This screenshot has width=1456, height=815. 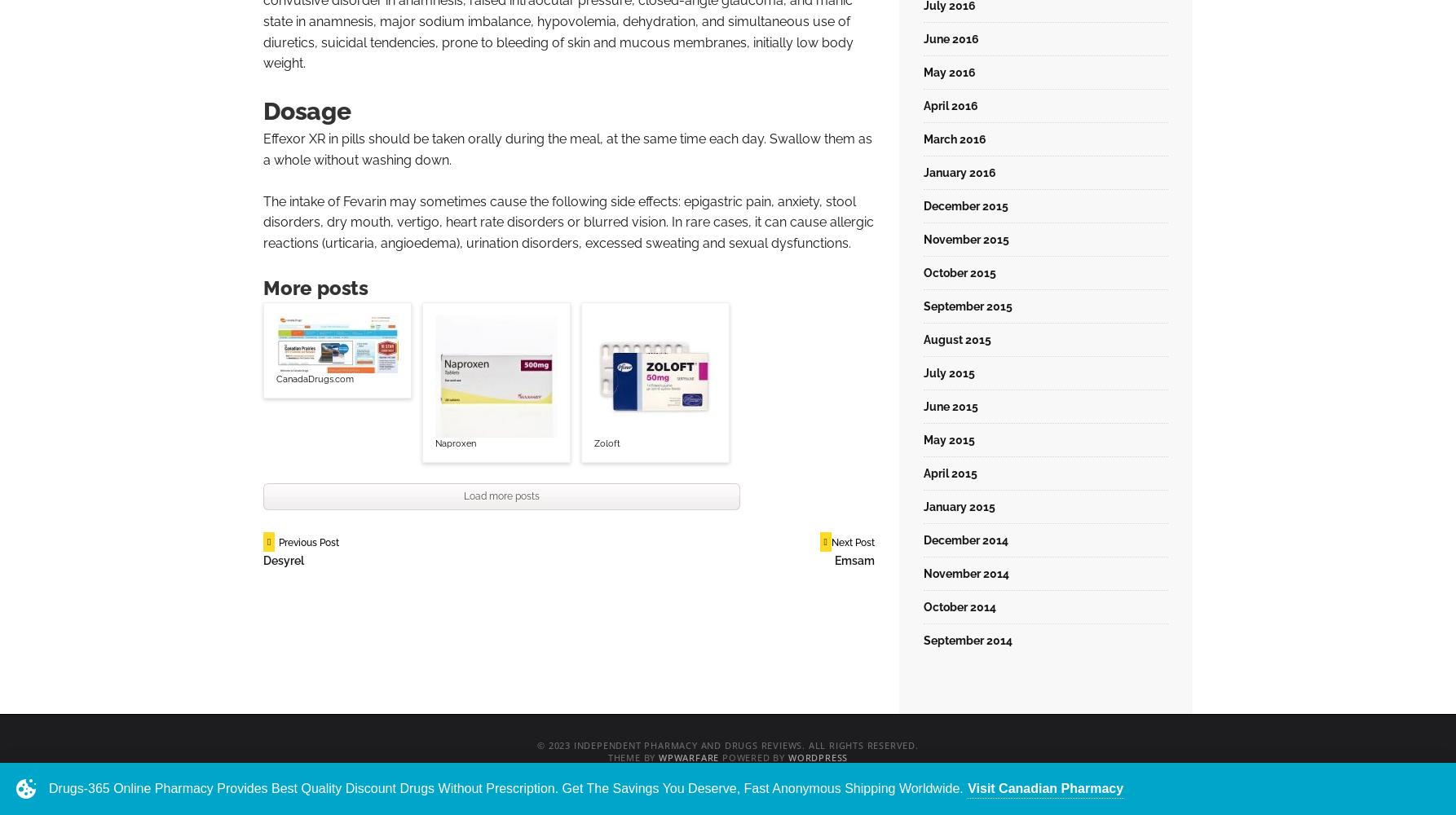 What do you see at coordinates (950, 38) in the screenshot?
I see `'June 2016'` at bounding box center [950, 38].